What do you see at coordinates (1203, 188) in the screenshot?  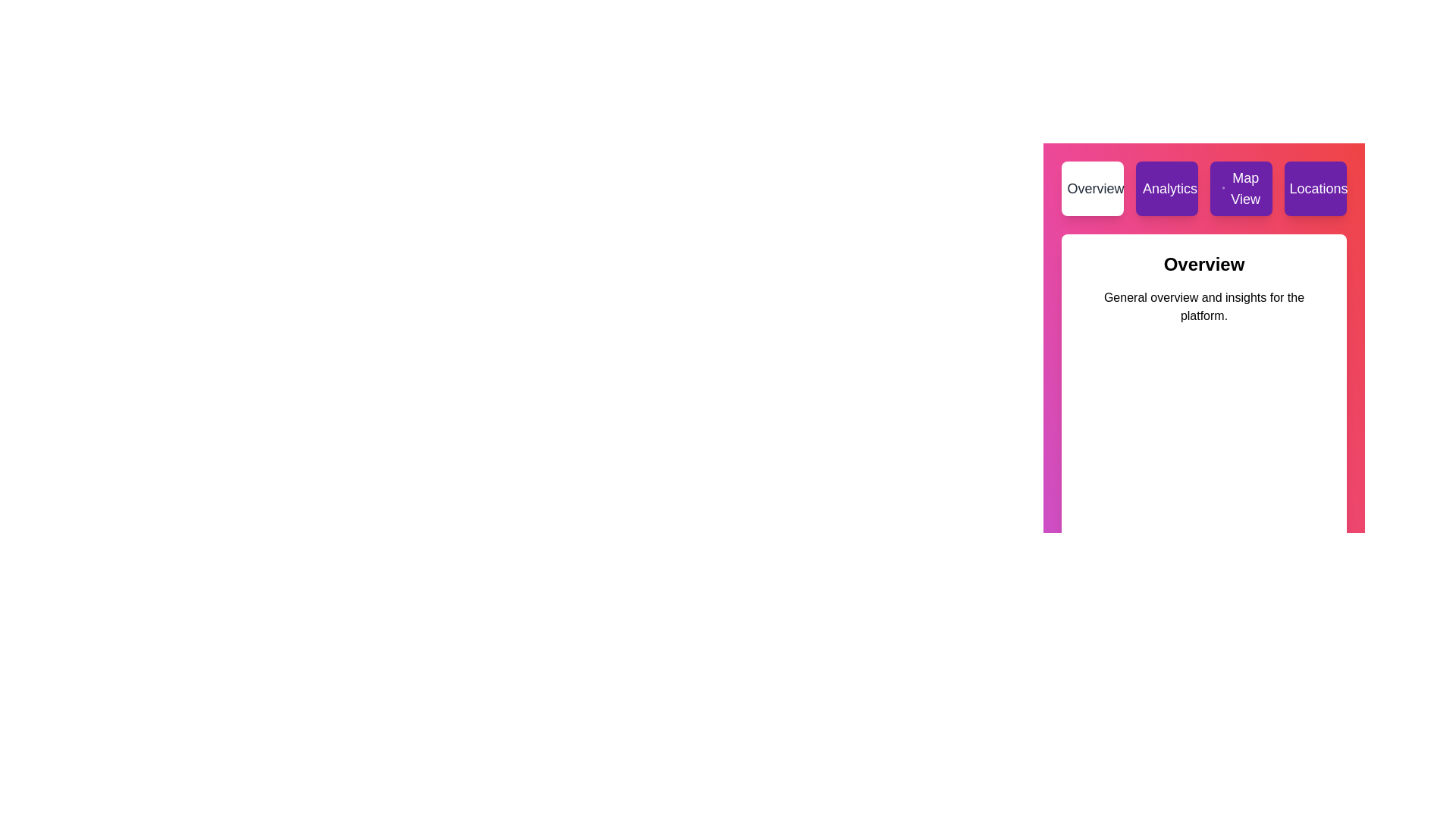 I see `the 'Analytics' tab in the navigation tab bar` at bounding box center [1203, 188].